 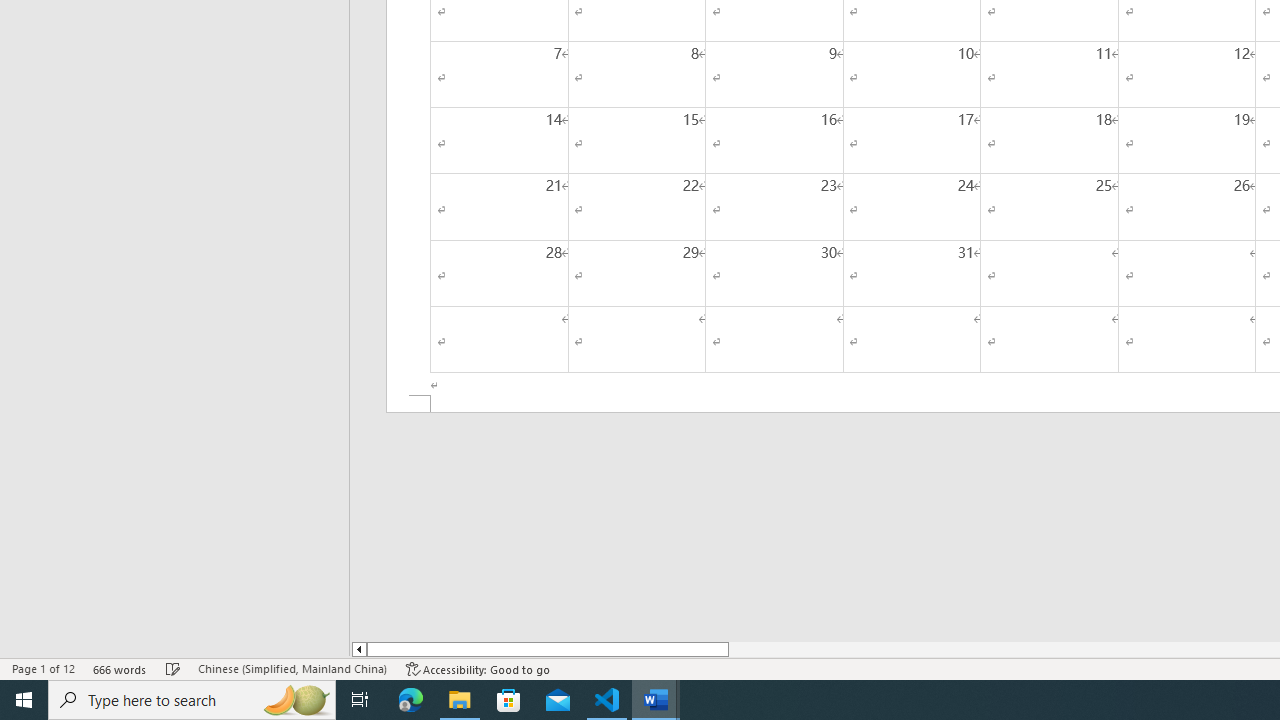 What do you see at coordinates (358, 649) in the screenshot?
I see `'Column left'` at bounding box center [358, 649].